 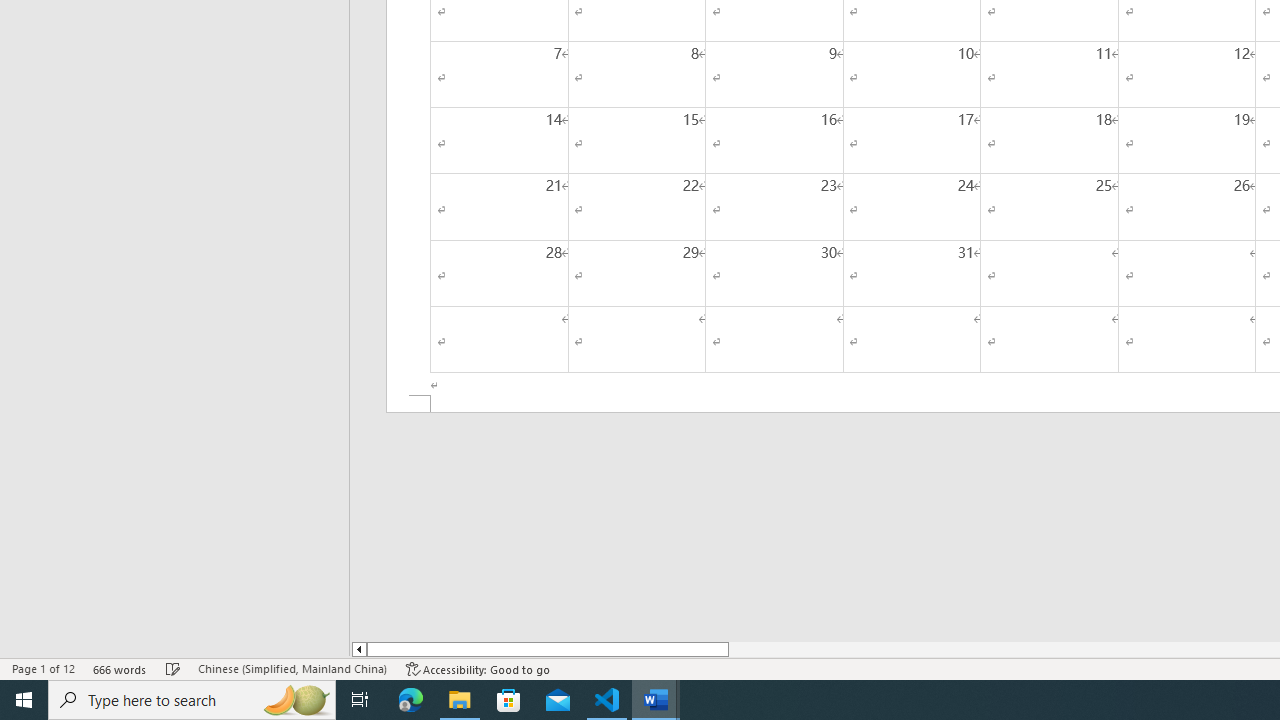 What do you see at coordinates (358, 649) in the screenshot?
I see `'Column left'` at bounding box center [358, 649].